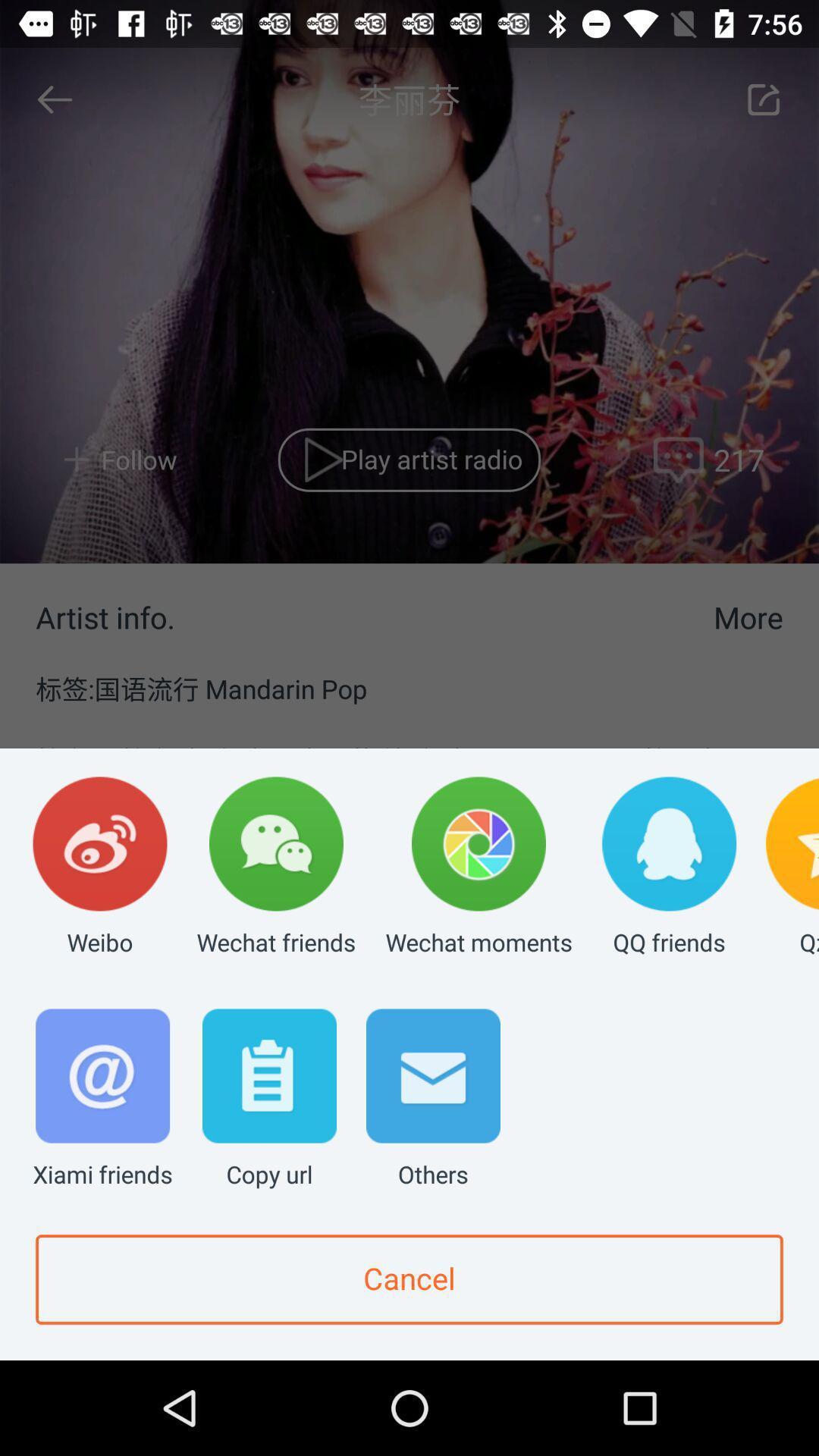 Image resolution: width=819 pixels, height=1456 pixels. Describe the element at coordinates (99, 868) in the screenshot. I see `the weibo` at that location.